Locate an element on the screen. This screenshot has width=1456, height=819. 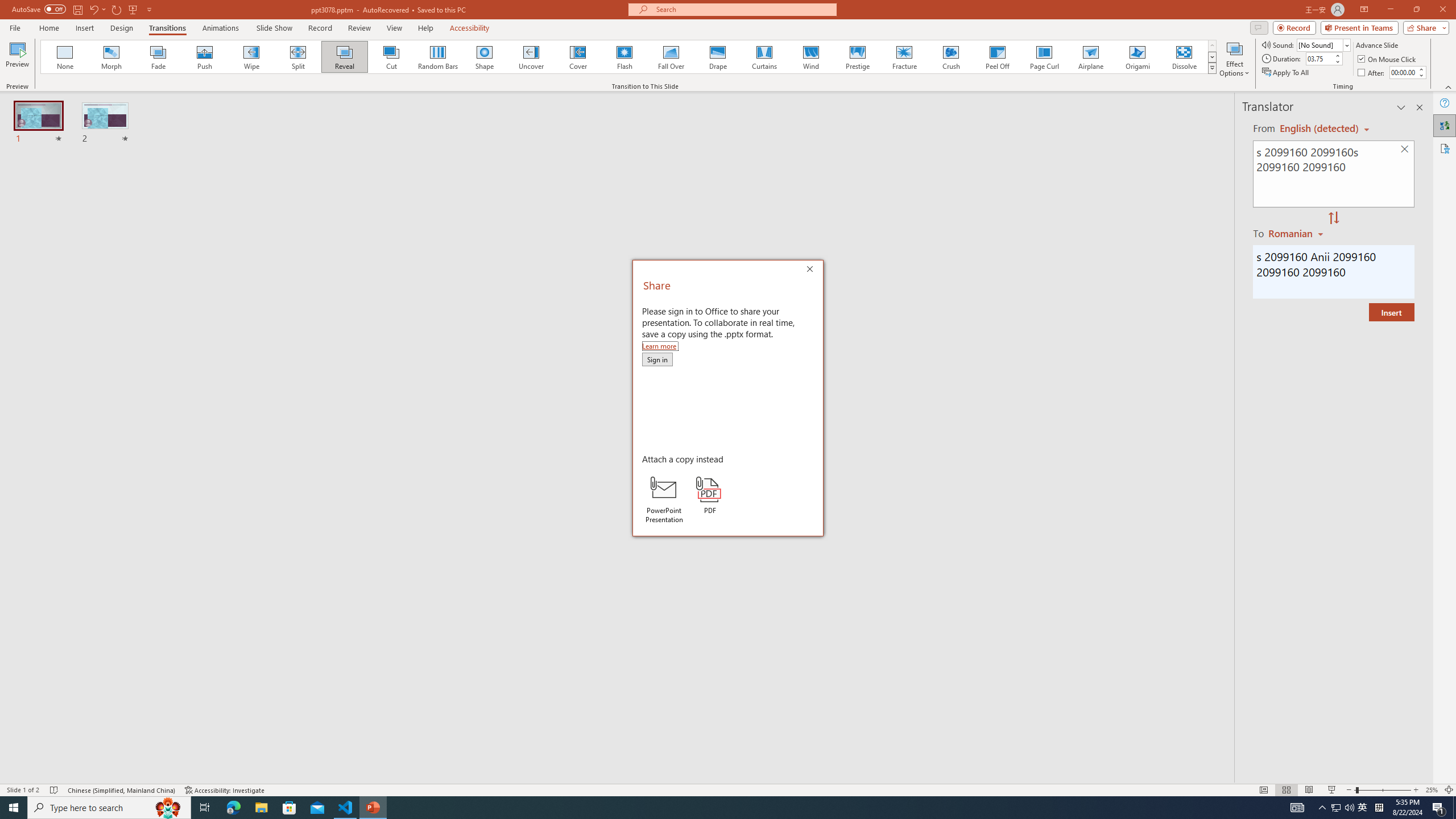
'Effect Options' is located at coordinates (1234, 59).